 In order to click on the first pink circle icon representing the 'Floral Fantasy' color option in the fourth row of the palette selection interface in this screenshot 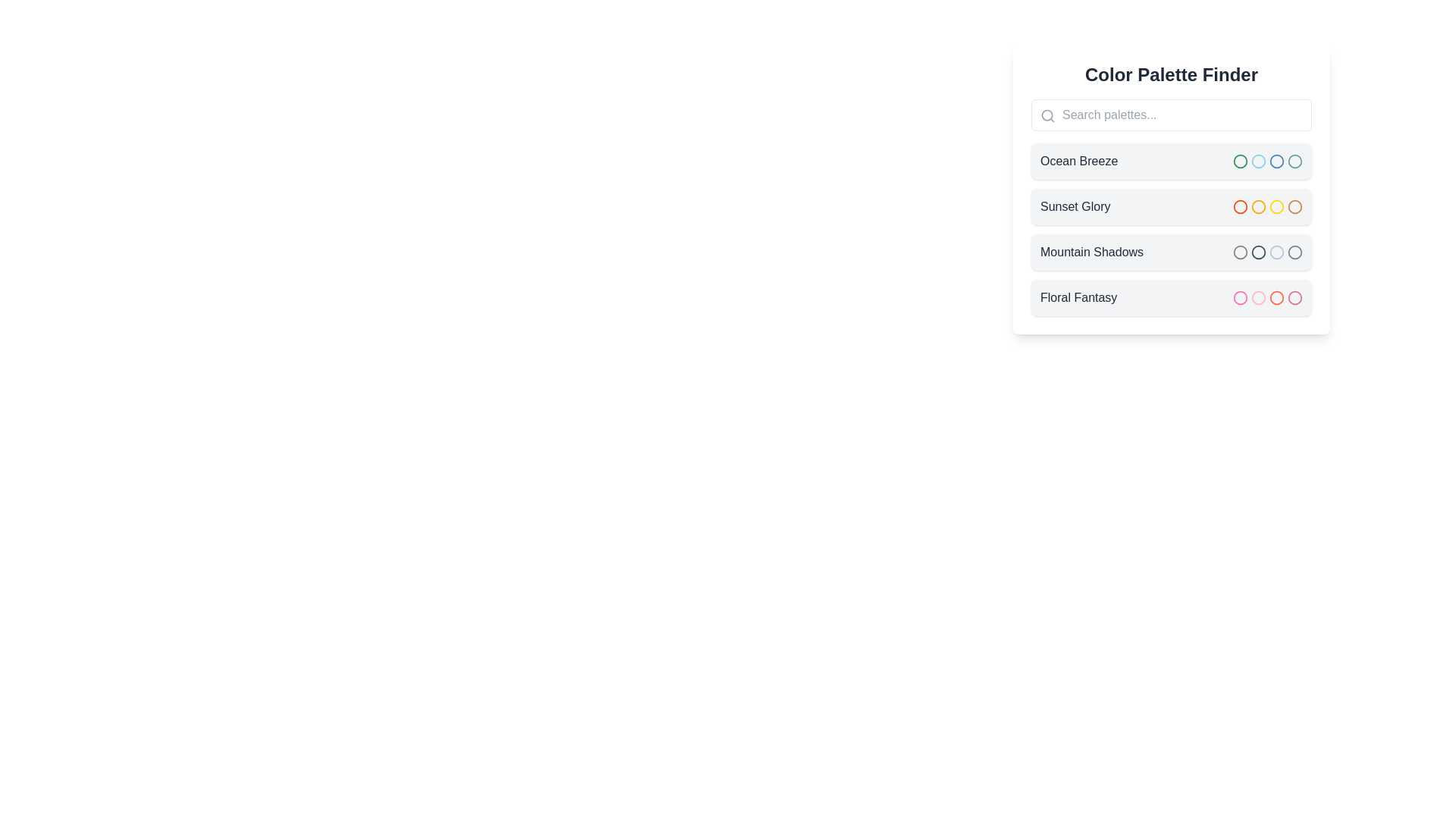, I will do `click(1241, 298)`.